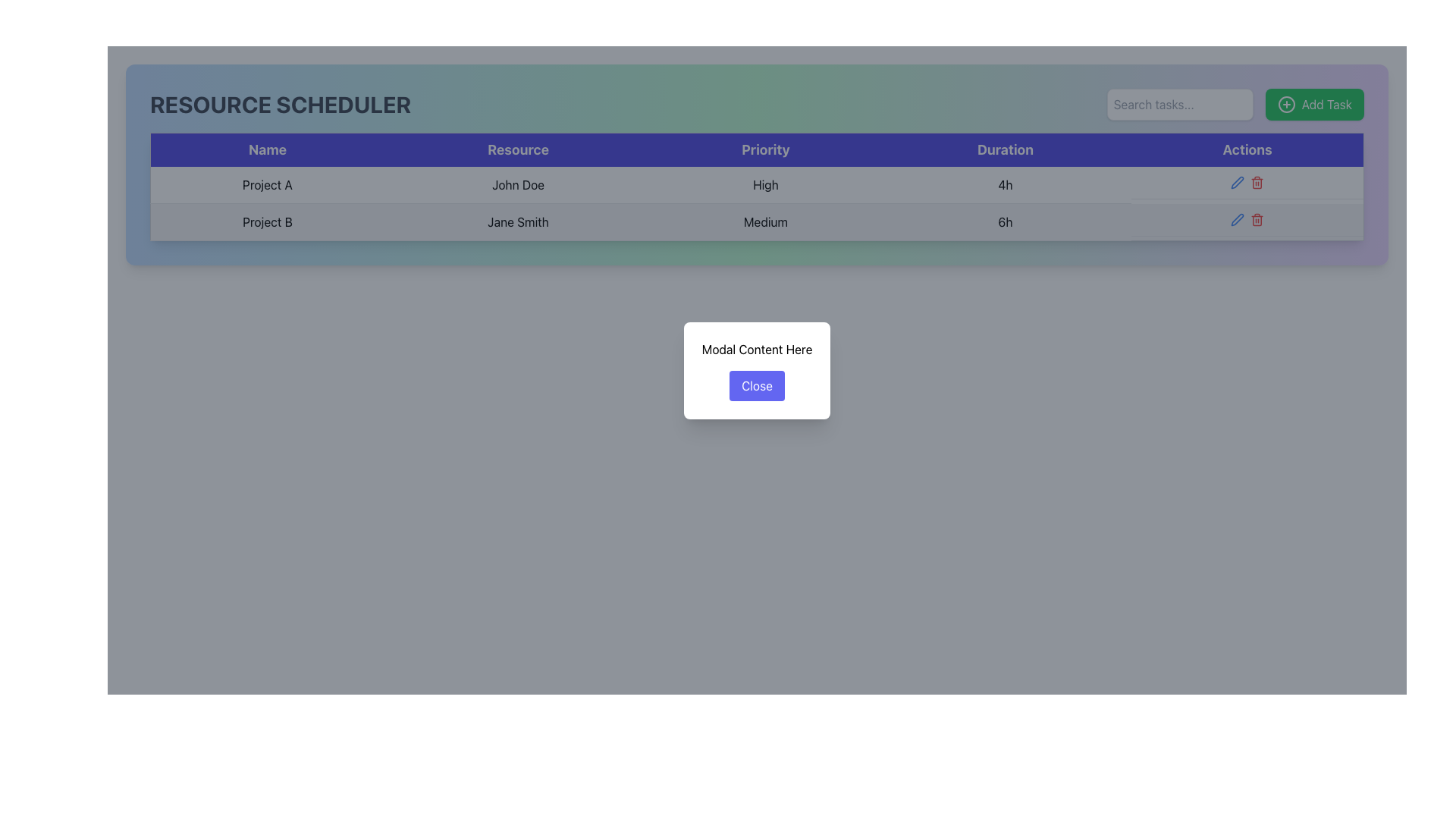 The width and height of the screenshot is (1456, 819). Describe the element at coordinates (518, 149) in the screenshot. I see `the text label with large white text reading 'Resource', which is located in the second column of the header row in a table-like structure` at that location.